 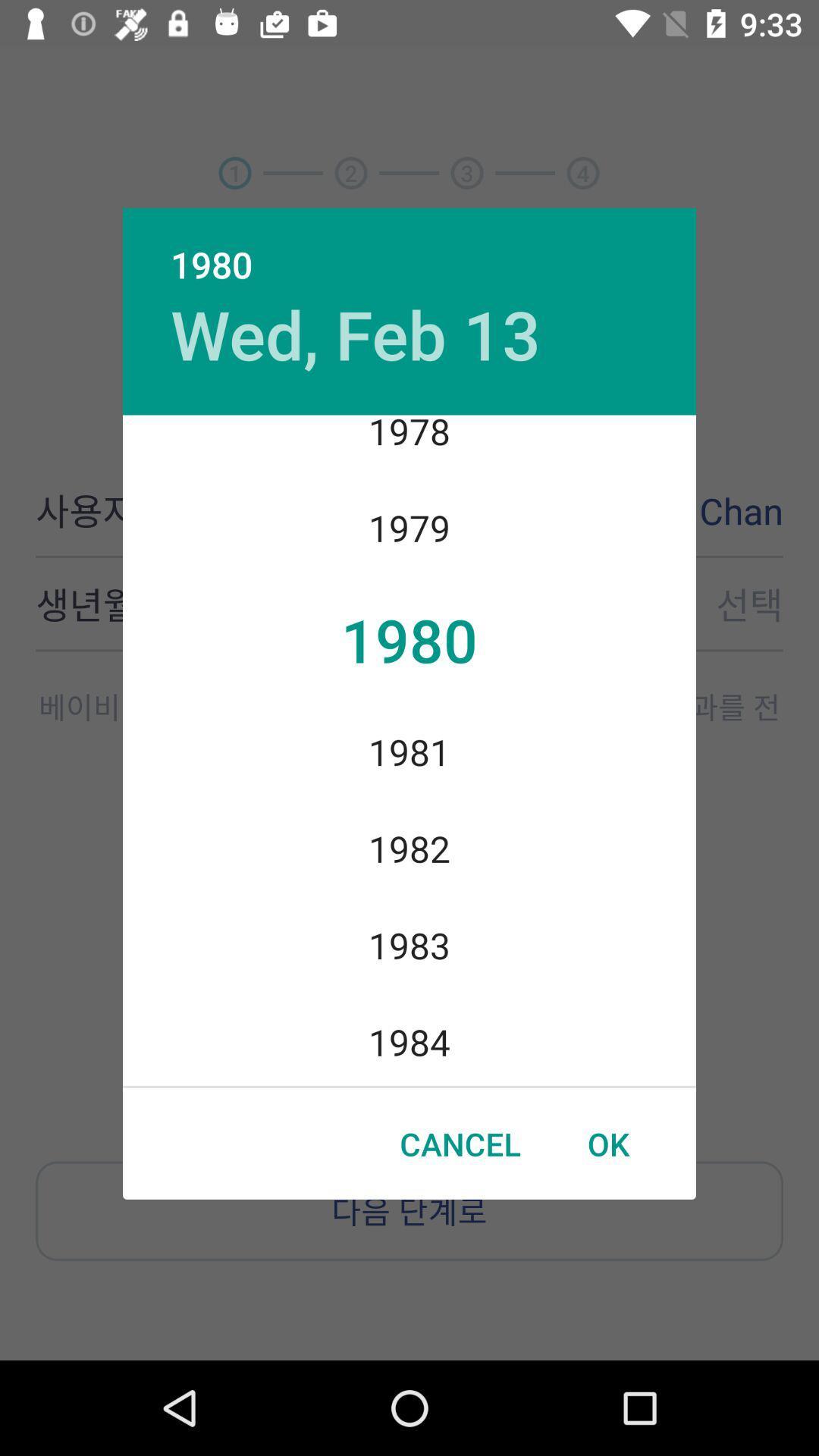 I want to click on the icon next to the cancel item, so click(x=607, y=1144).